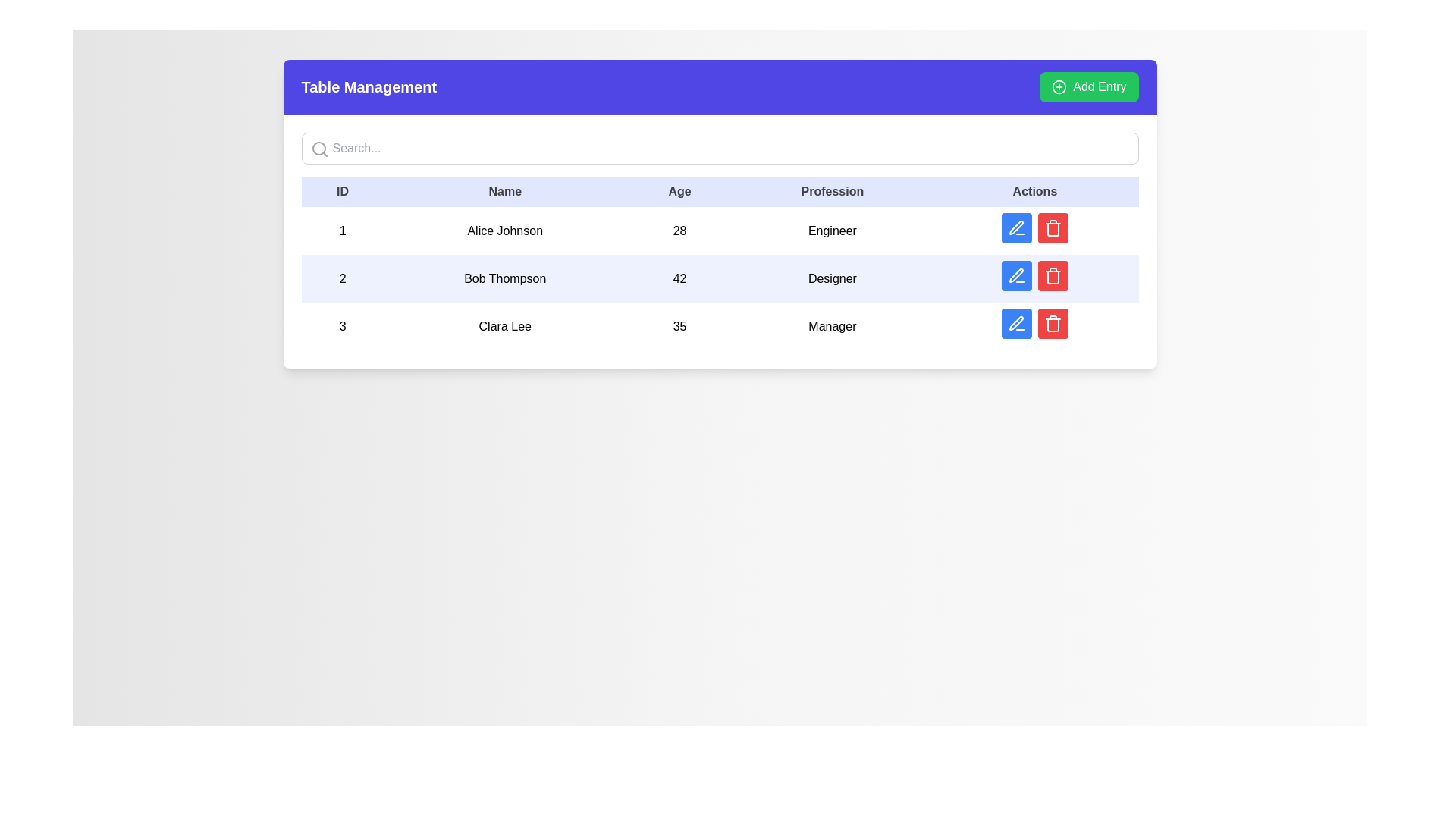  I want to click on the editing button in the 'Actions' column for the row associated with 'Bob Thompson' to initiate editing, so click(1033, 278).